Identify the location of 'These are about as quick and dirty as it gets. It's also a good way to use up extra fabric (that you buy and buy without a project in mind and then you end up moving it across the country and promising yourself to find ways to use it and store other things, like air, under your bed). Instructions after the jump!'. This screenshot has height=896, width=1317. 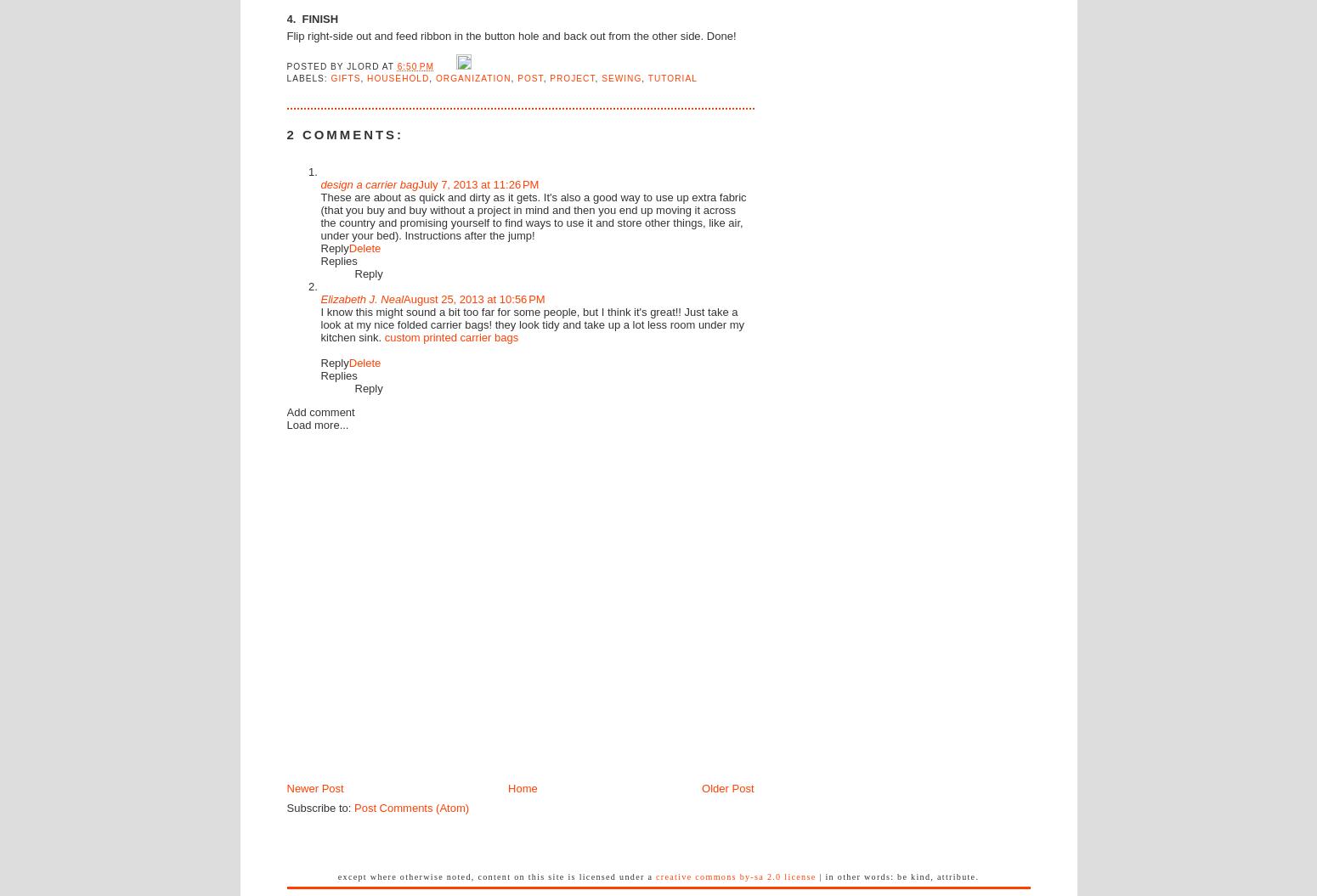
(532, 216).